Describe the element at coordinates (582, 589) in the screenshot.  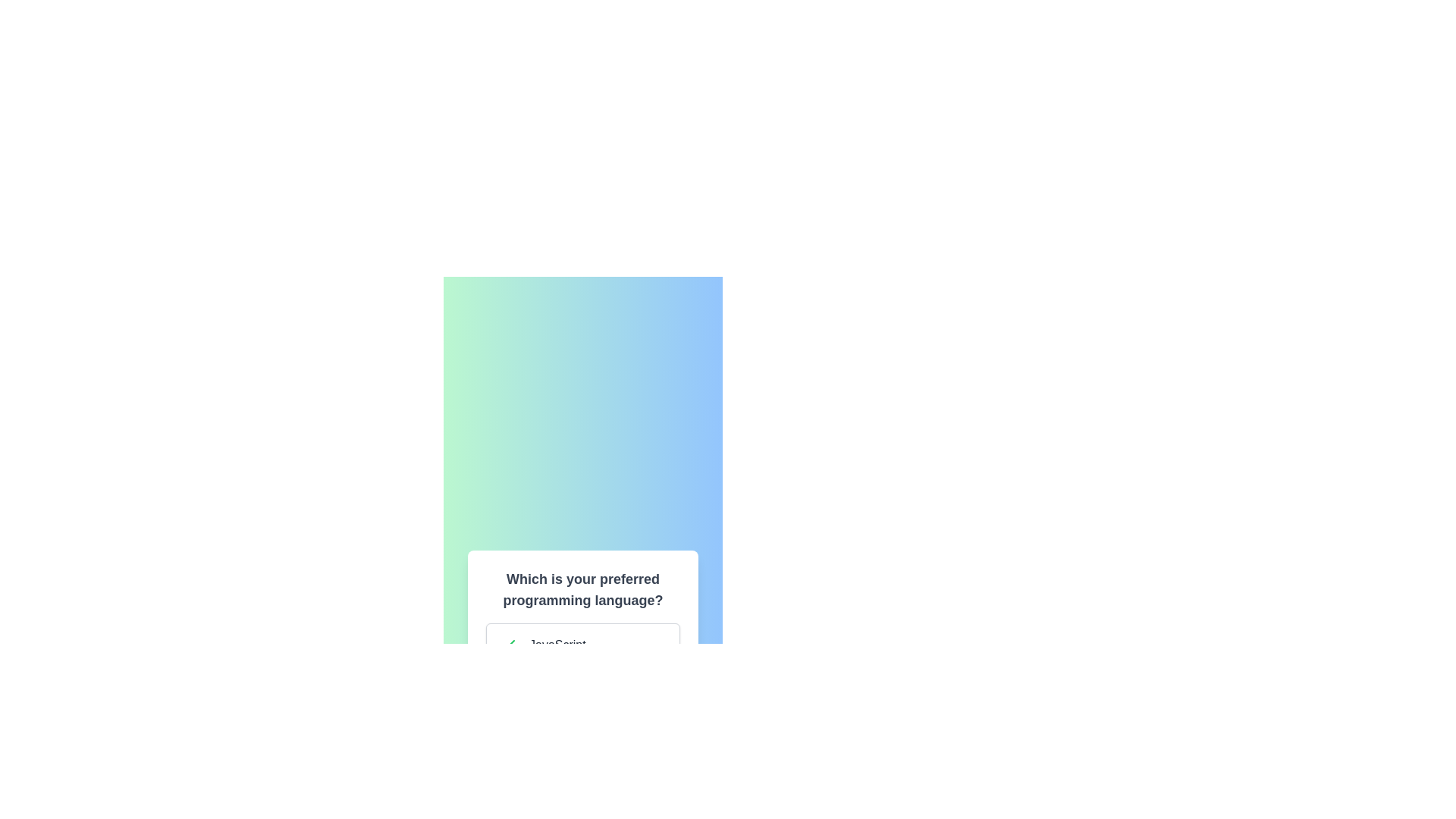
I see `text prompt asking the user to choose their preferred programming language, which is displayed at the top of the options list` at that location.